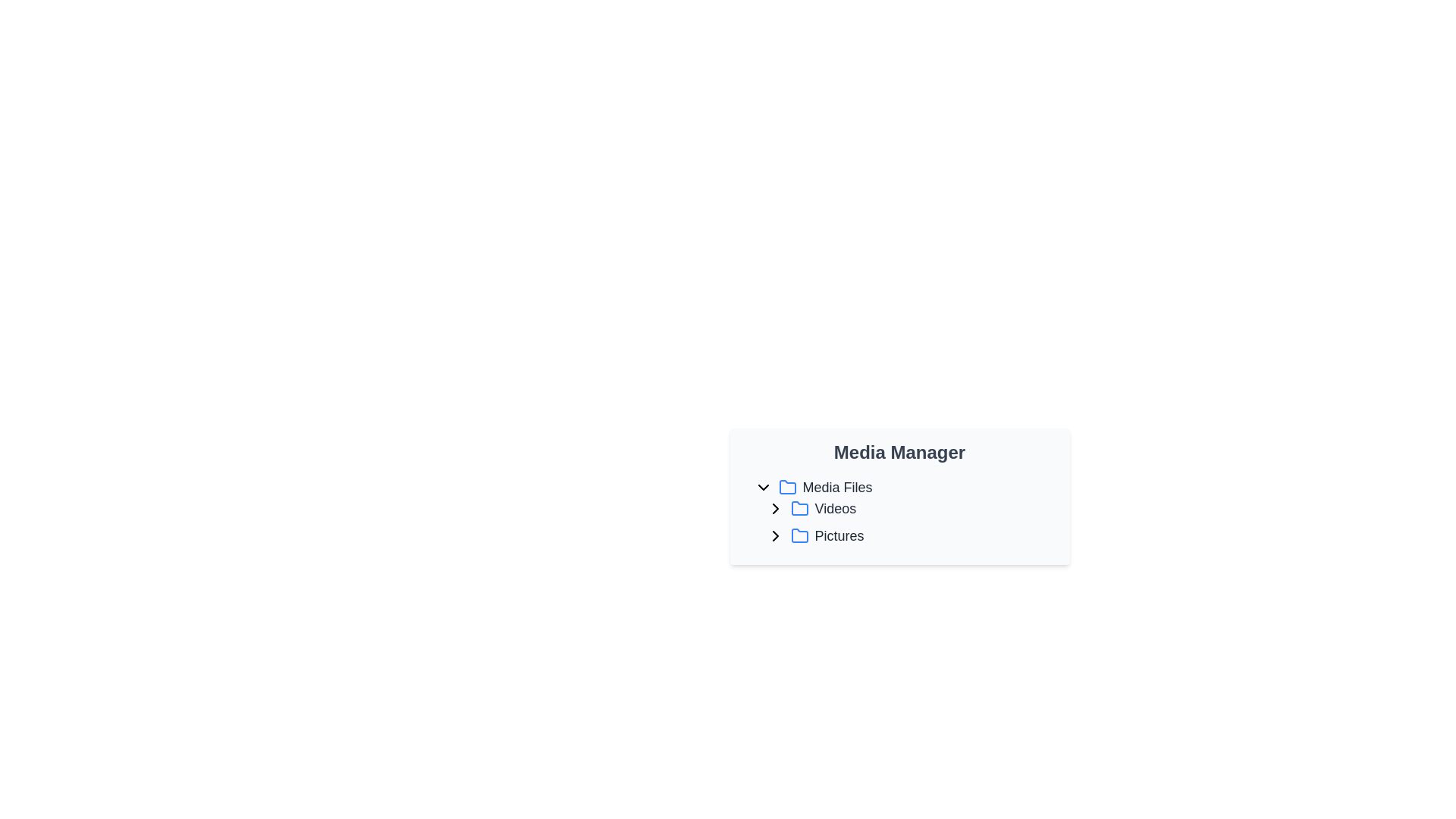 The image size is (1456, 819). I want to click on the blue folder icon located in the 'Media Manager' section, next to the 'Media Files' text, so click(787, 487).